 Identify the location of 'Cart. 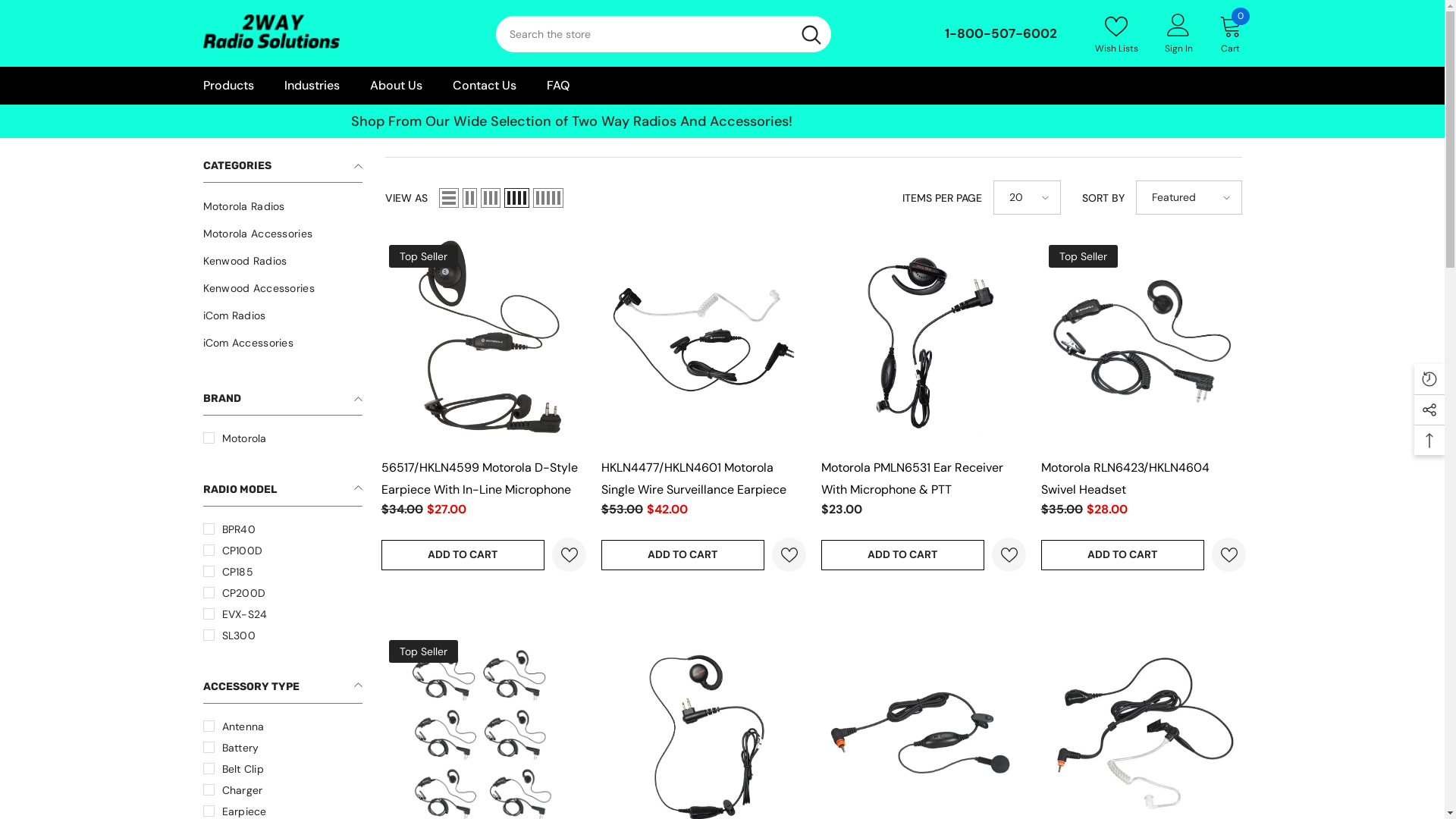
(1230, 33).